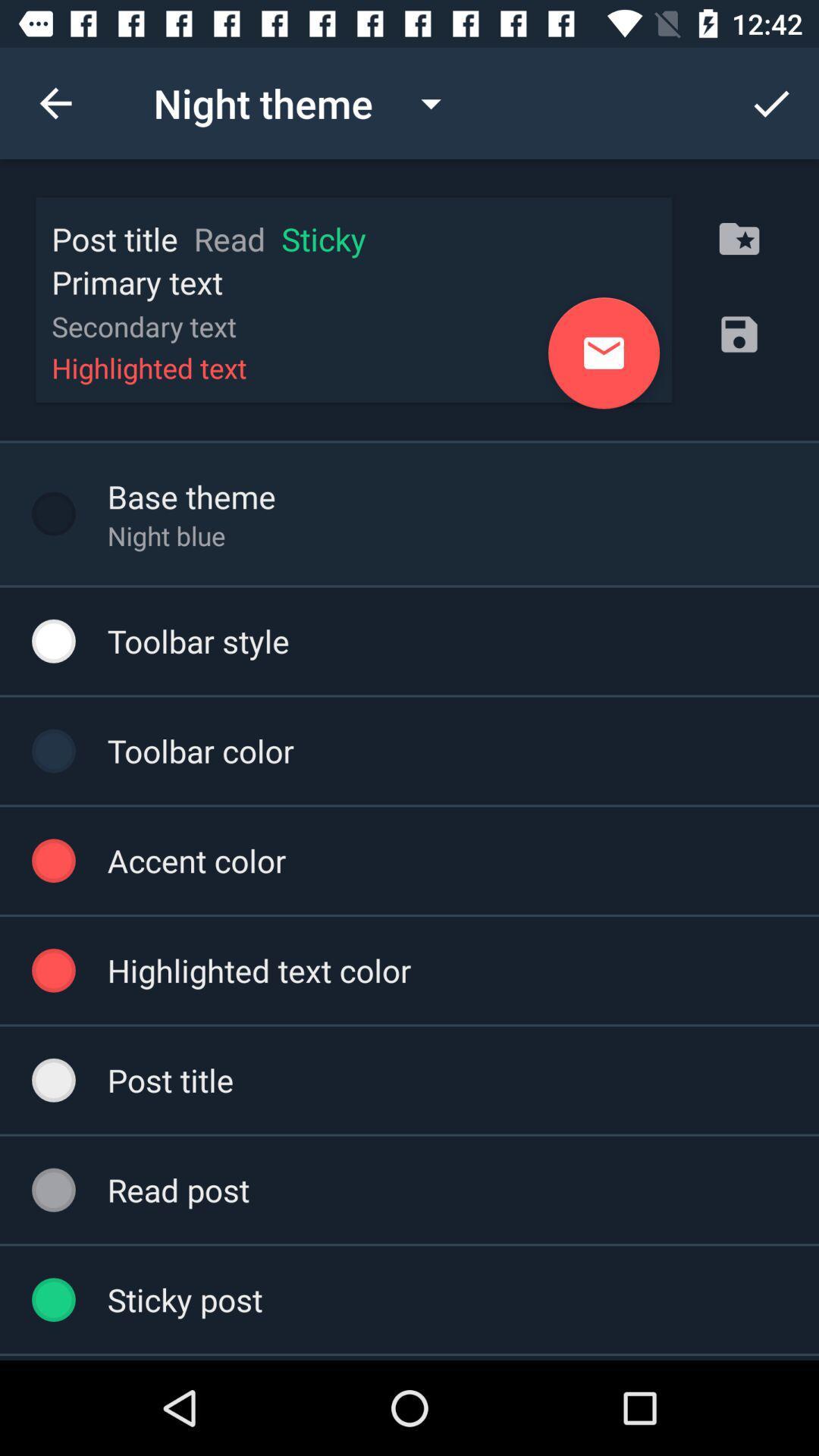  Describe the element at coordinates (310, 102) in the screenshot. I see `the drop down at top left of the page` at that location.